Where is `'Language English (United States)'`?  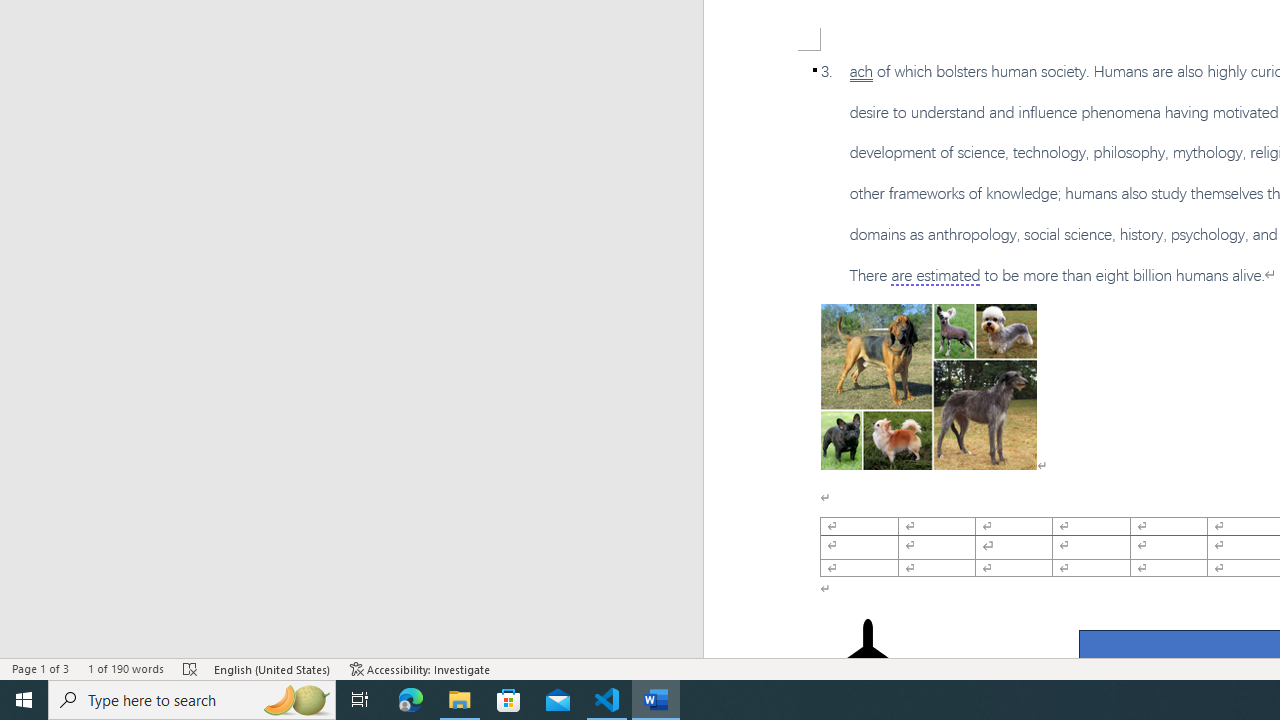
'Language English (United States)' is located at coordinates (272, 669).